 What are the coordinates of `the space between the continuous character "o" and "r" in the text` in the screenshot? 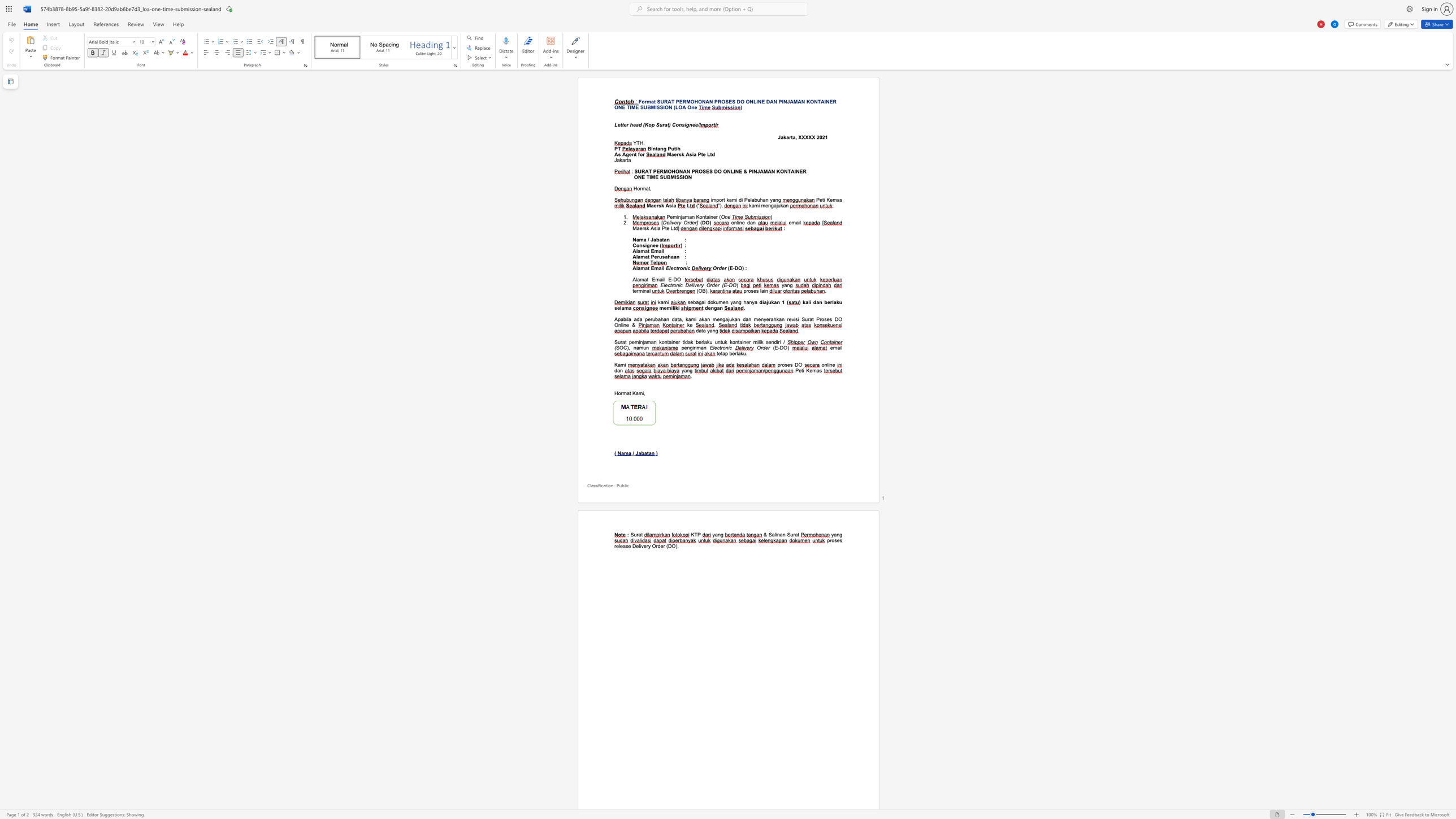 It's located at (642, 154).